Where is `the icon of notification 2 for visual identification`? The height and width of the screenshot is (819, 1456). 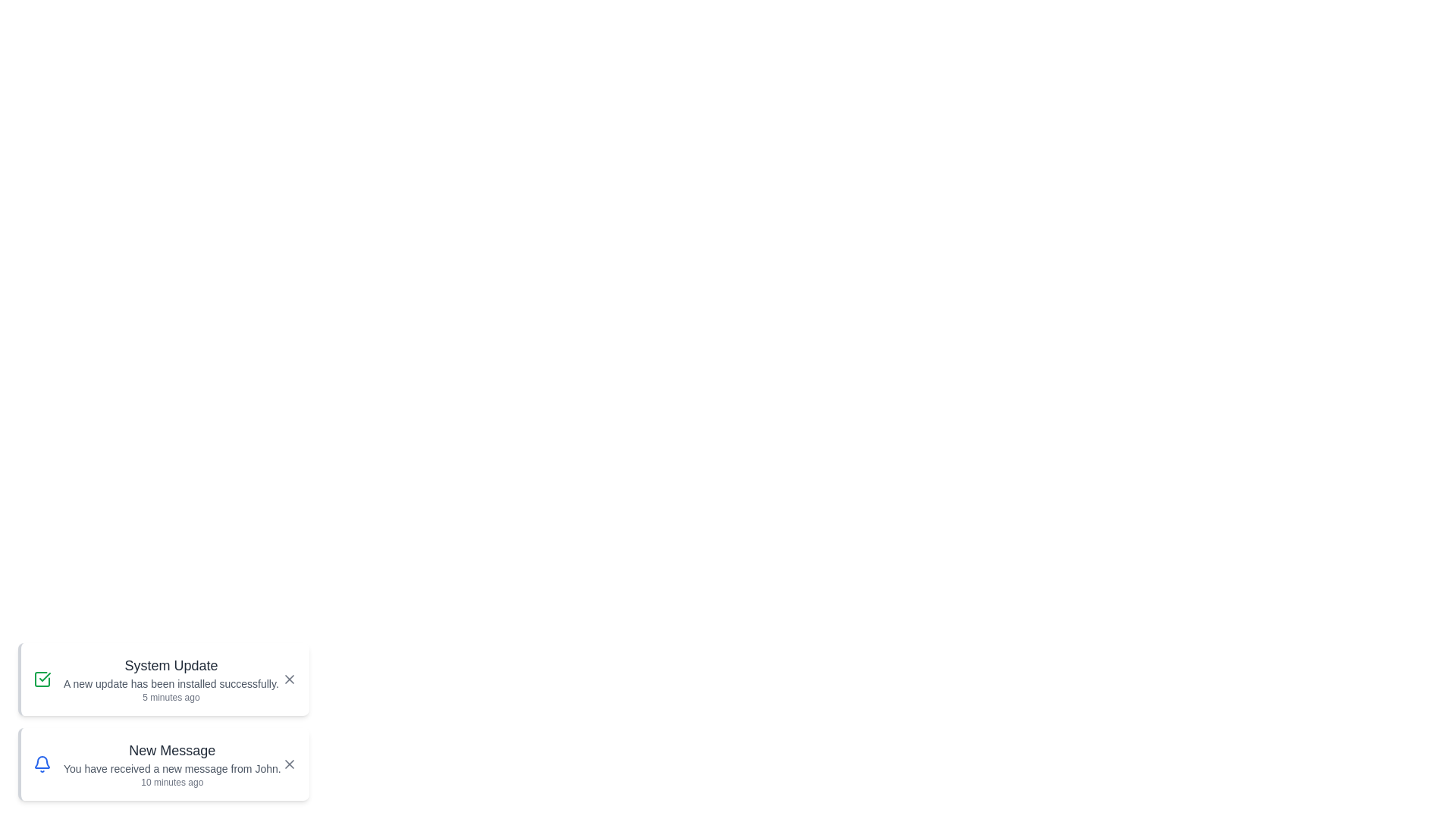
the icon of notification 2 for visual identification is located at coordinates (42, 764).